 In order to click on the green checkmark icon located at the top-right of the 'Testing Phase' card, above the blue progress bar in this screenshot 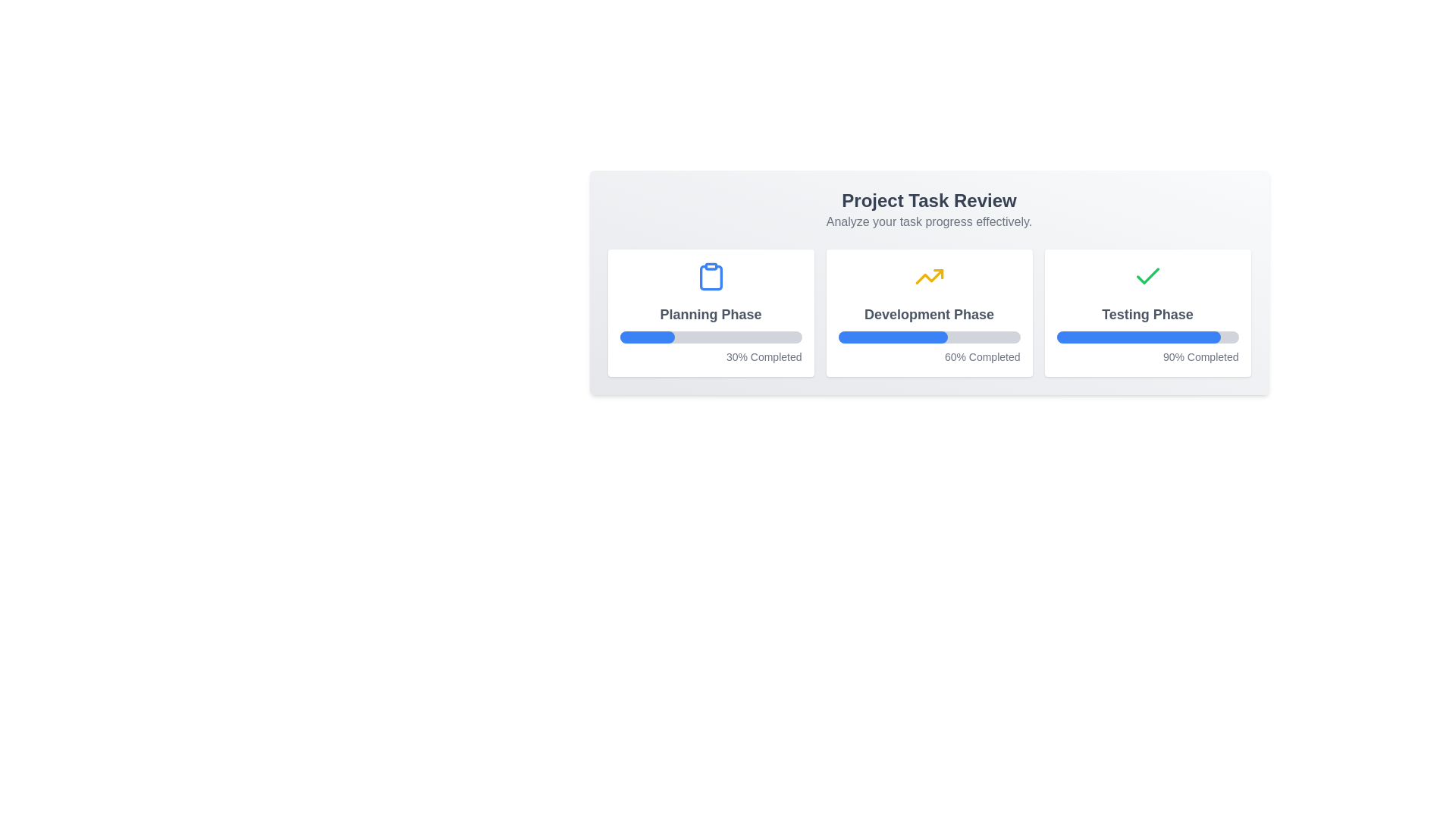, I will do `click(1147, 276)`.